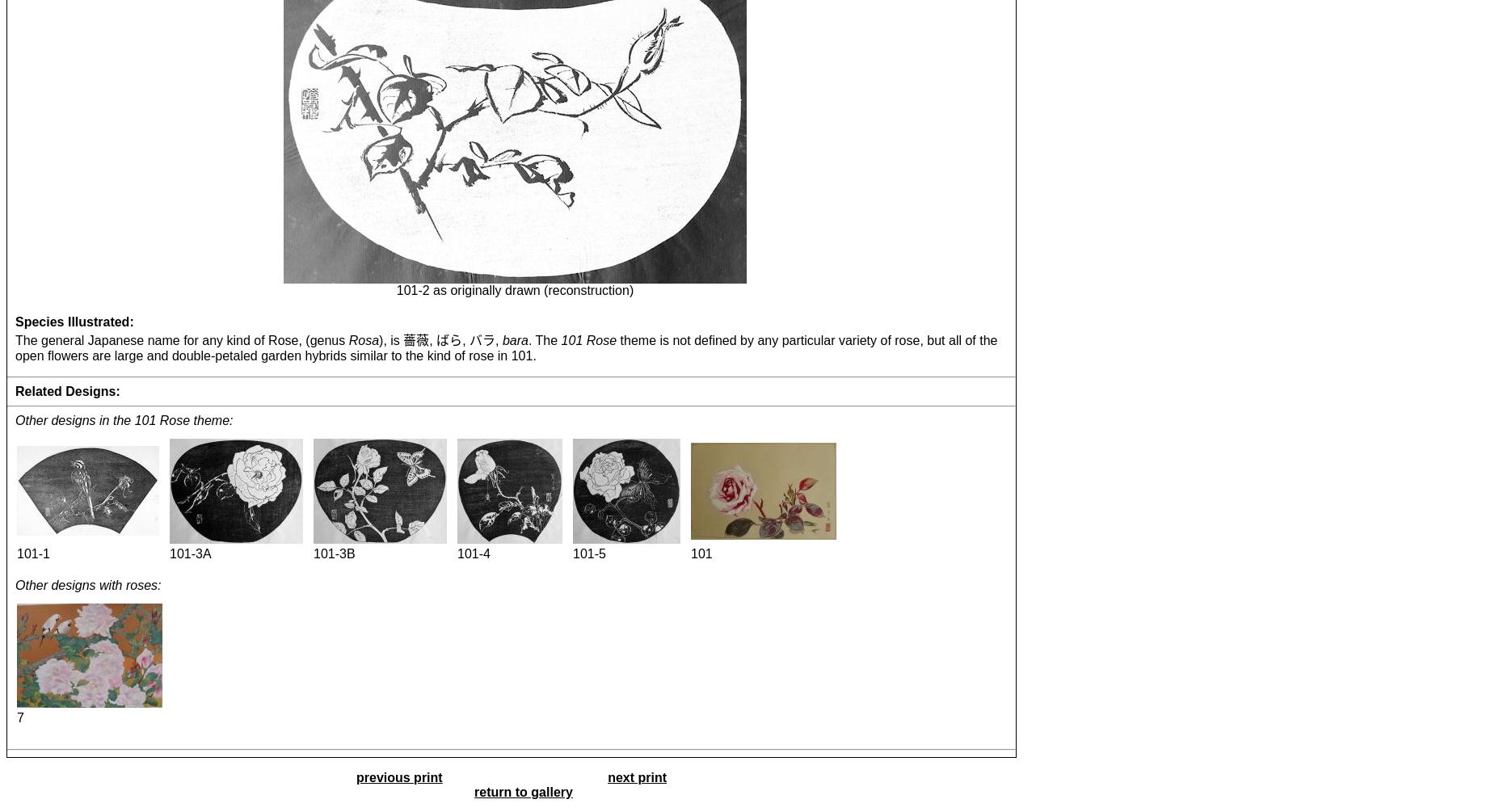  Describe the element at coordinates (474, 553) in the screenshot. I see `'101-4'` at that location.